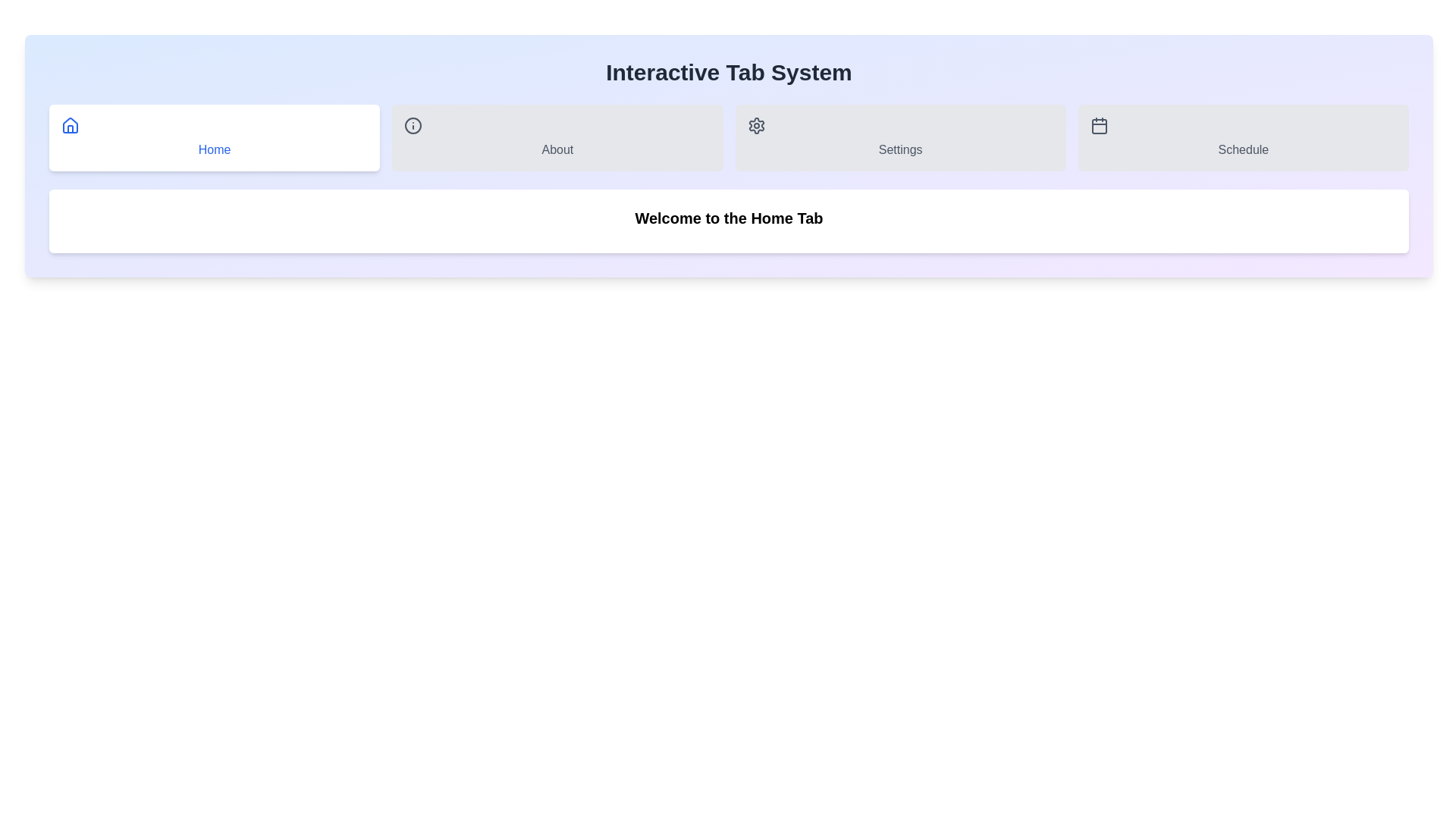  What do you see at coordinates (214, 137) in the screenshot?
I see `the Home tab by clicking its respective button` at bounding box center [214, 137].